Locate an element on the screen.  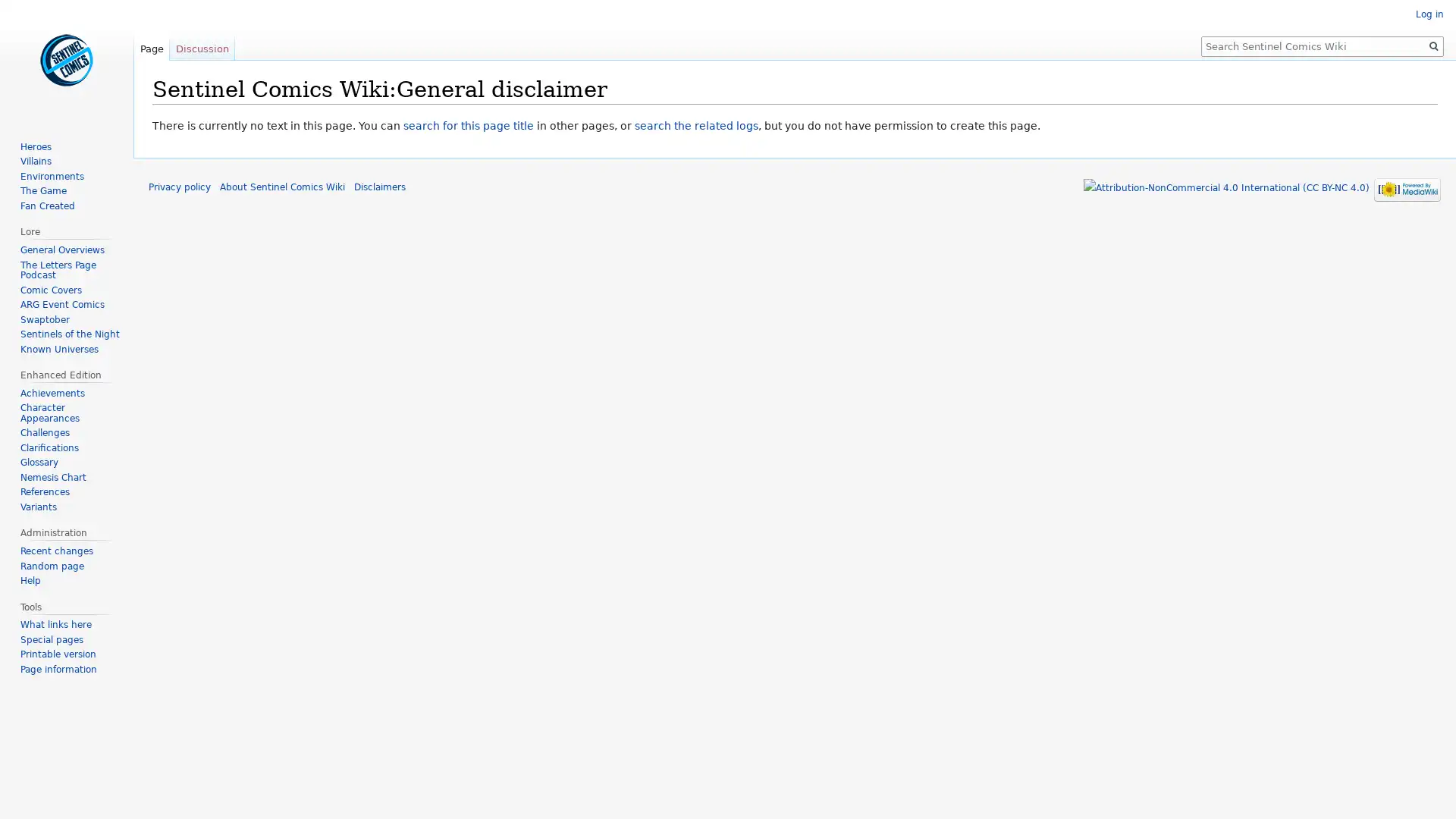
Search is located at coordinates (1433, 45).